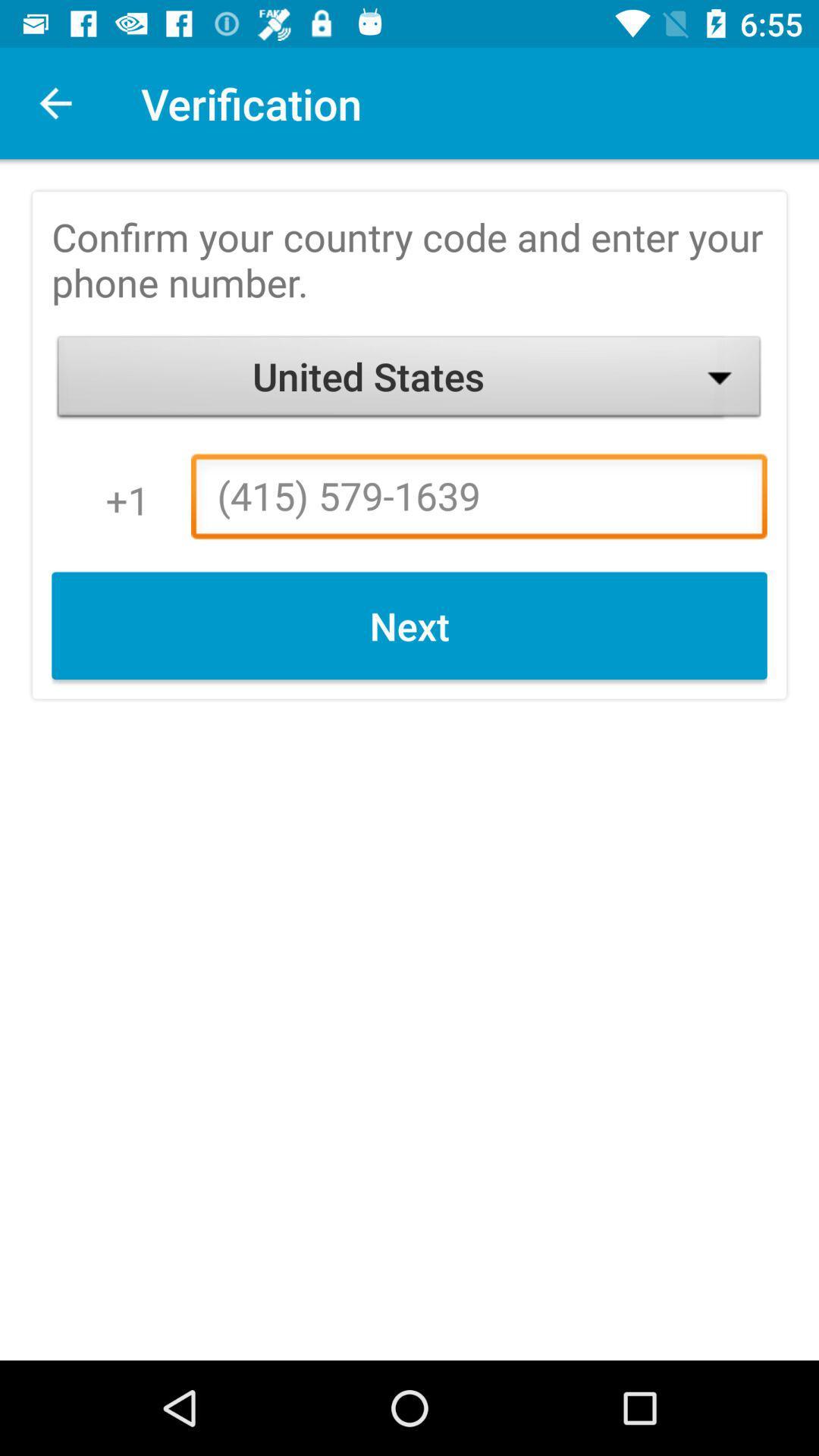 This screenshot has height=1456, width=819. Describe the element at coordinates (409, 380) in the screenshot. I see `item above (415) 579-1639 item` at that location.